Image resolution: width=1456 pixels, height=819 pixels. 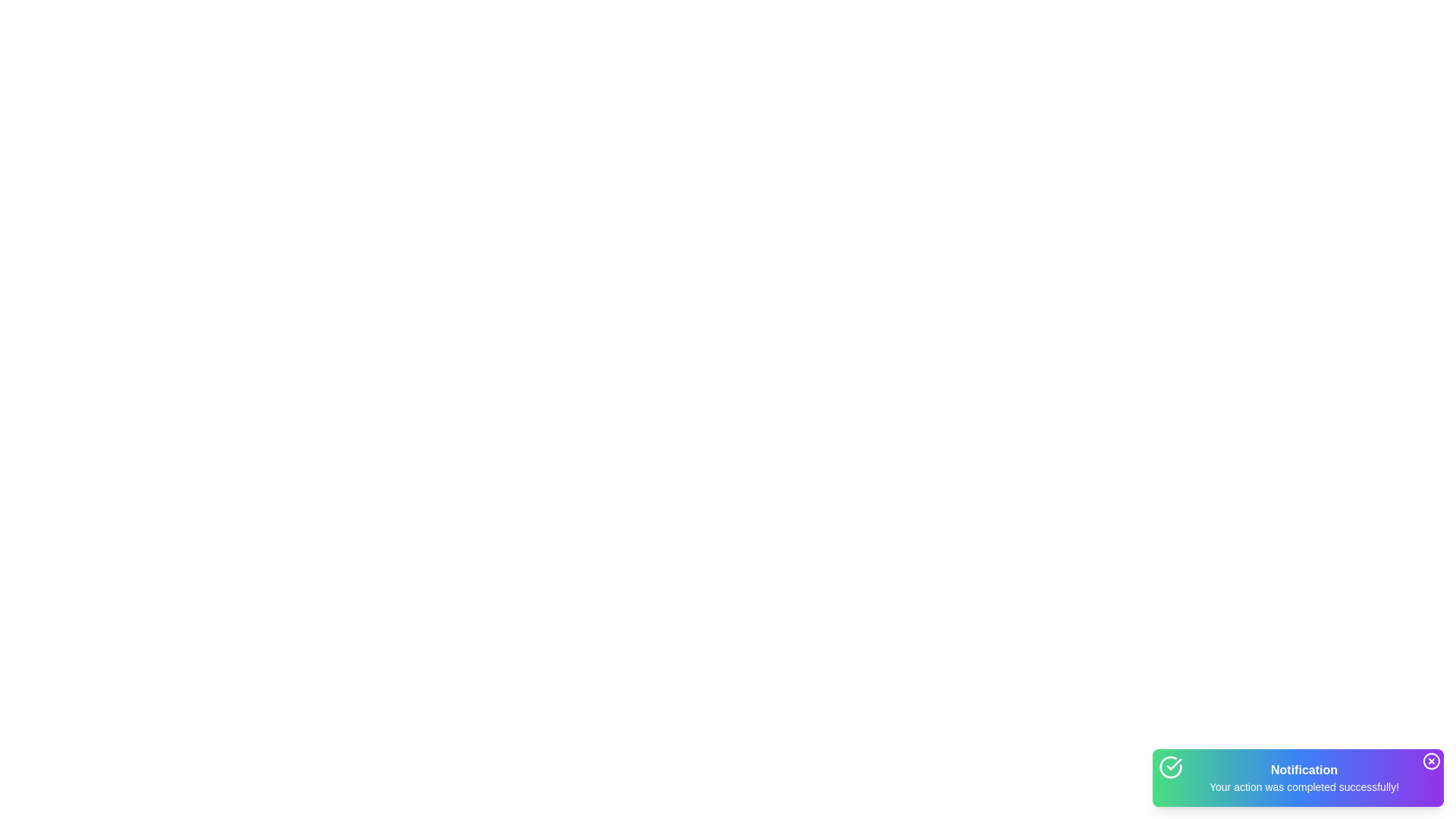 What do you see at coordinates (1430, 761) in the screenshot?
I see `the close button to dismiss the notification` at bounding box center [1430, 761].